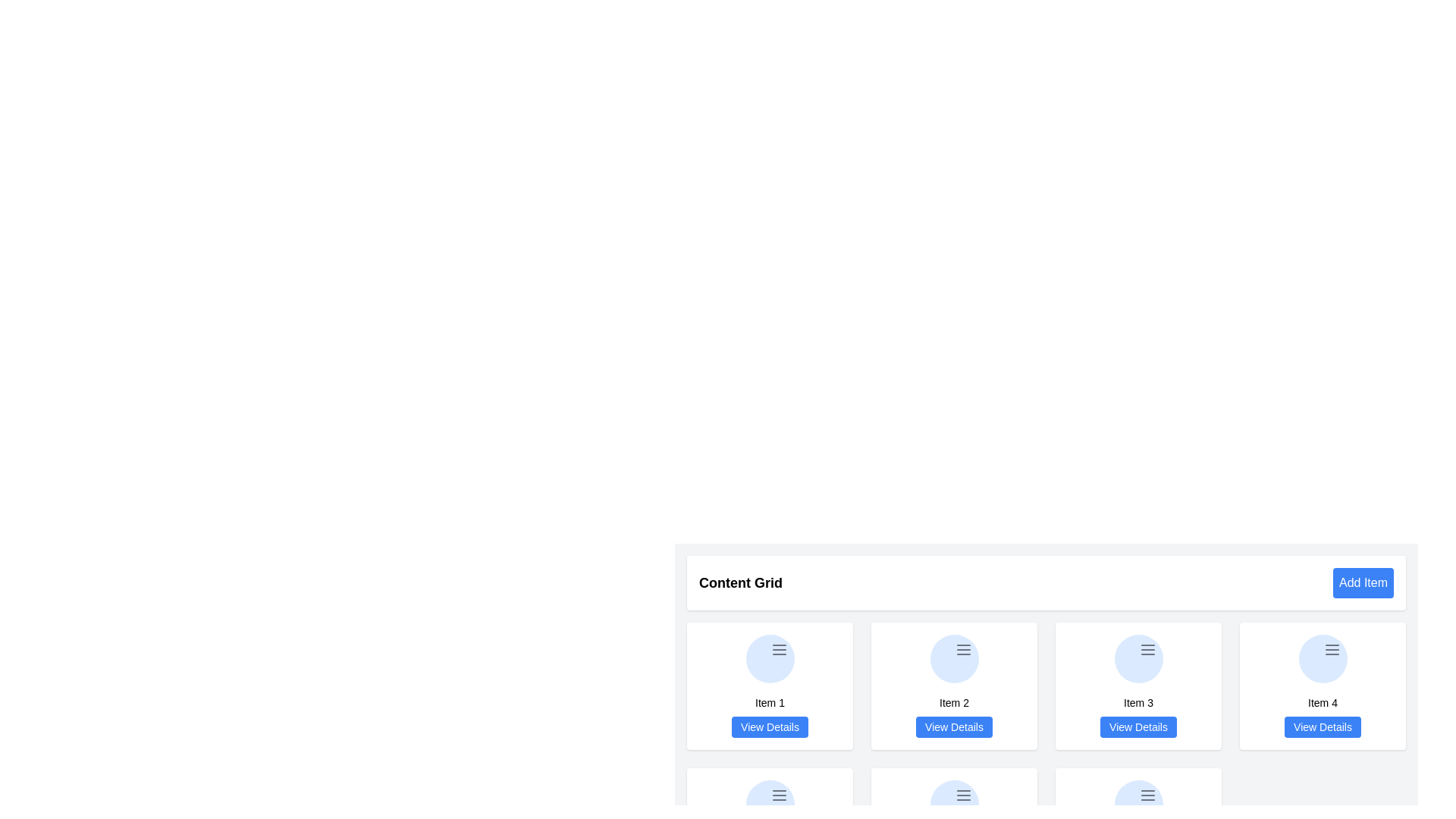 The height and width of the screenshot is (819, 1456). I want to click on the circular icon with a light blue background and three horizontal gray lines, located at the top-center of the 'Item 4' card, so click(1322, 657).